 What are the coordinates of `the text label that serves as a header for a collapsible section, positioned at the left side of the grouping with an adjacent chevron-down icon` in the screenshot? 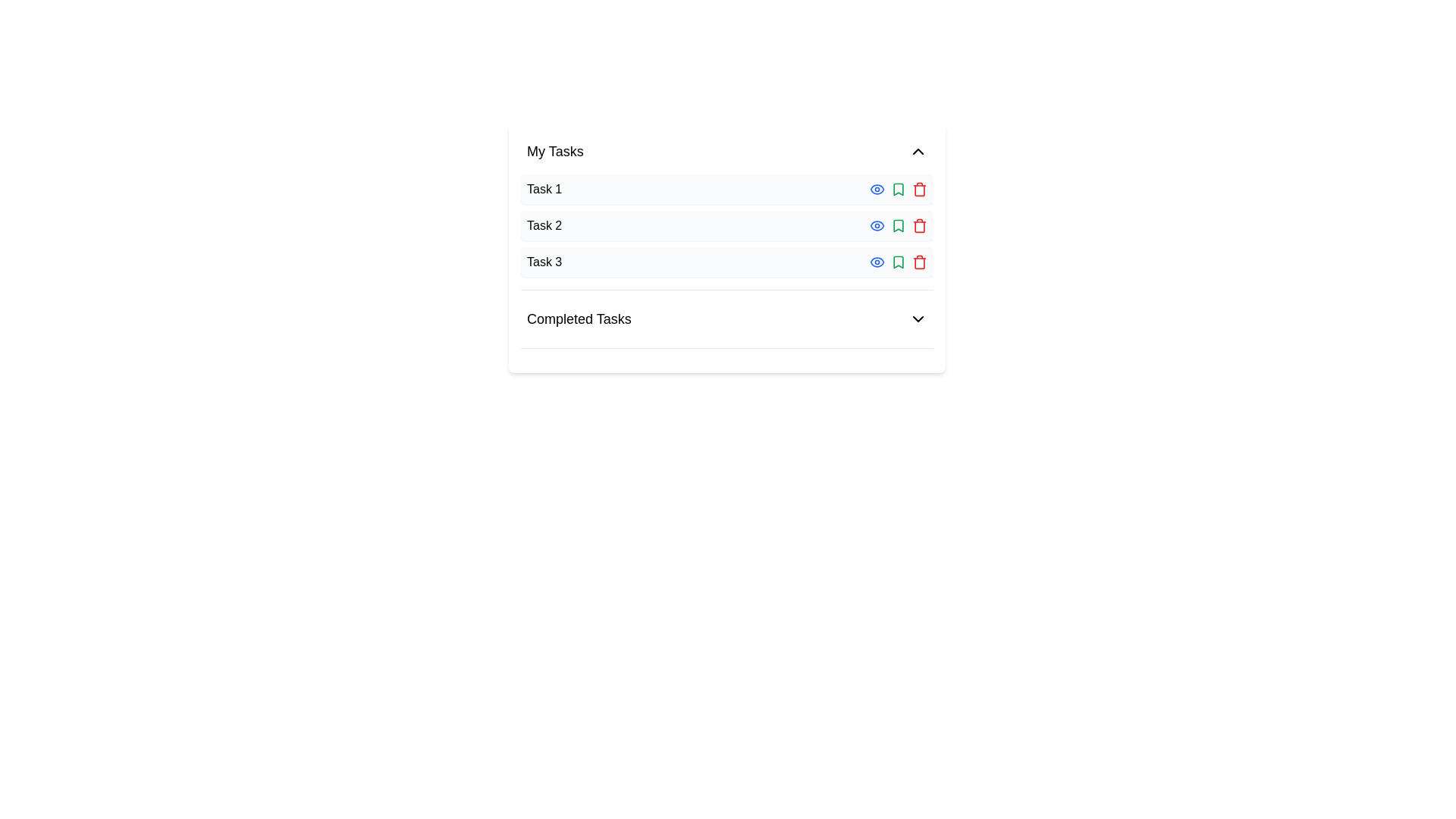 It's located at (578, 318).